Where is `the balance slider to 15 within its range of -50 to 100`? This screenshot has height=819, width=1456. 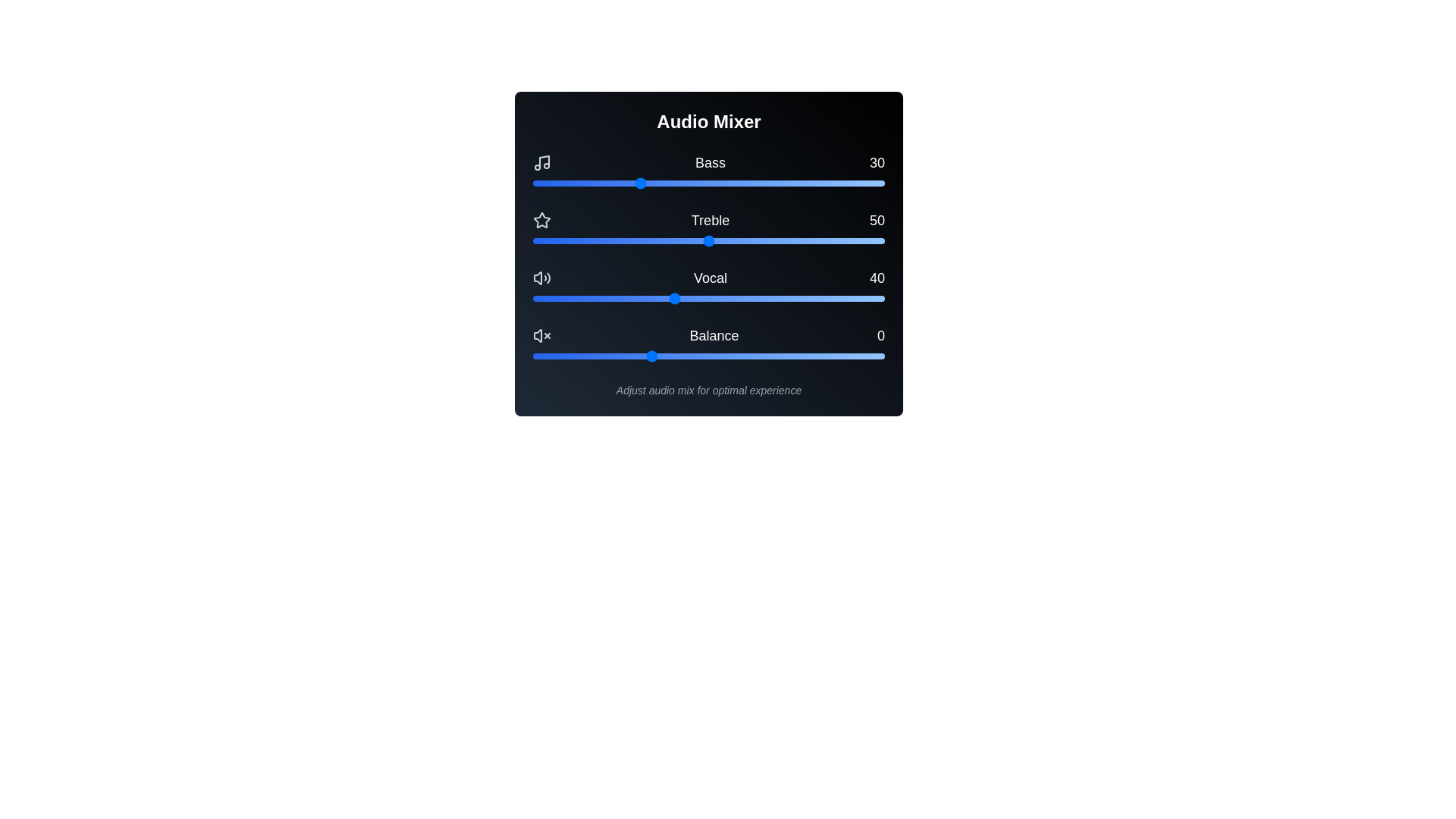
the balance slider to 15 within its range of -50 to 100 is located at coordinates (685, 356).